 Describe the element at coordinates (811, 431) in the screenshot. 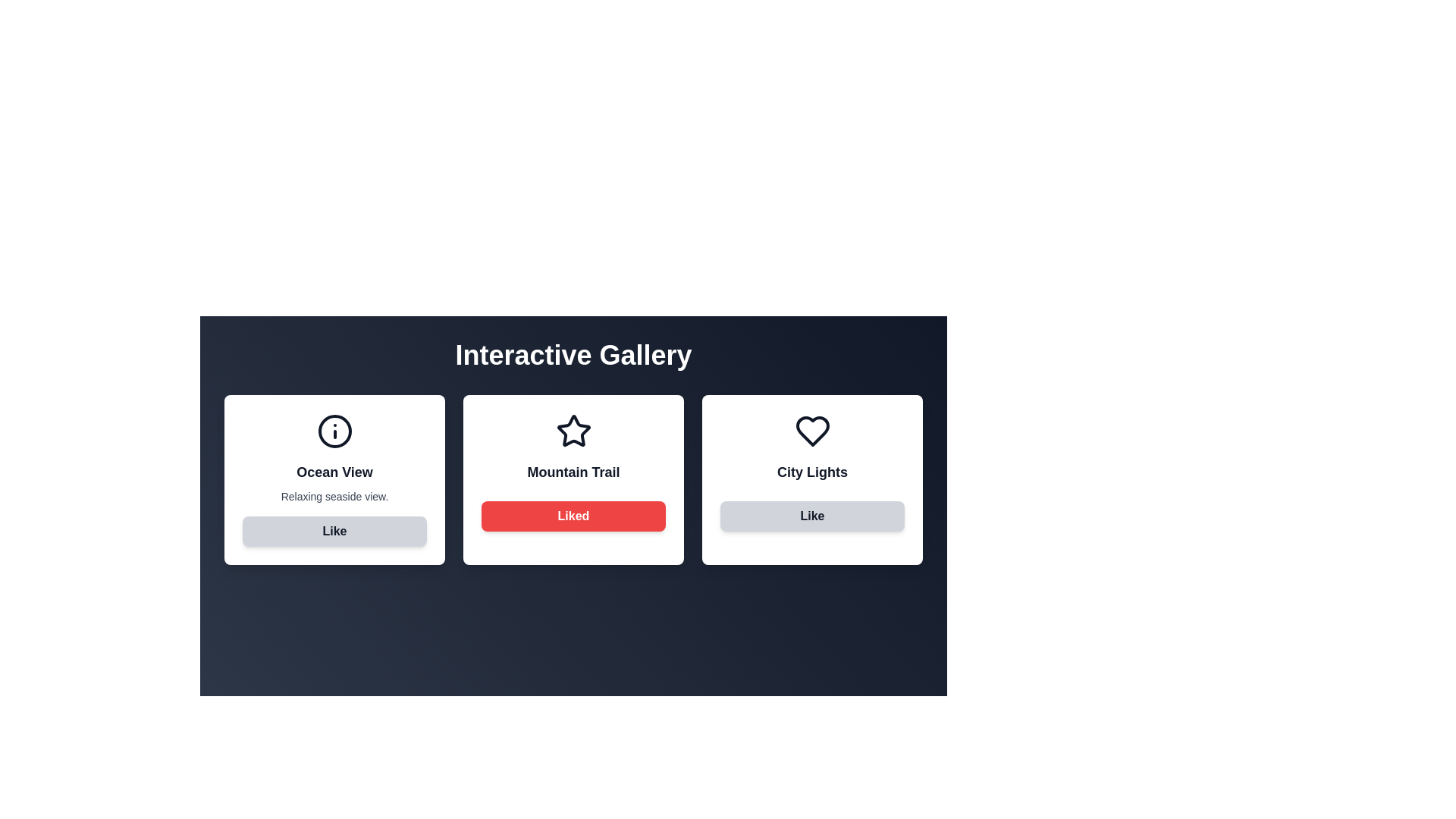

I see `the heart icon with a hollow center, outlined in black, located at the center of the upper section inside the 'City Lights' card` at that location.